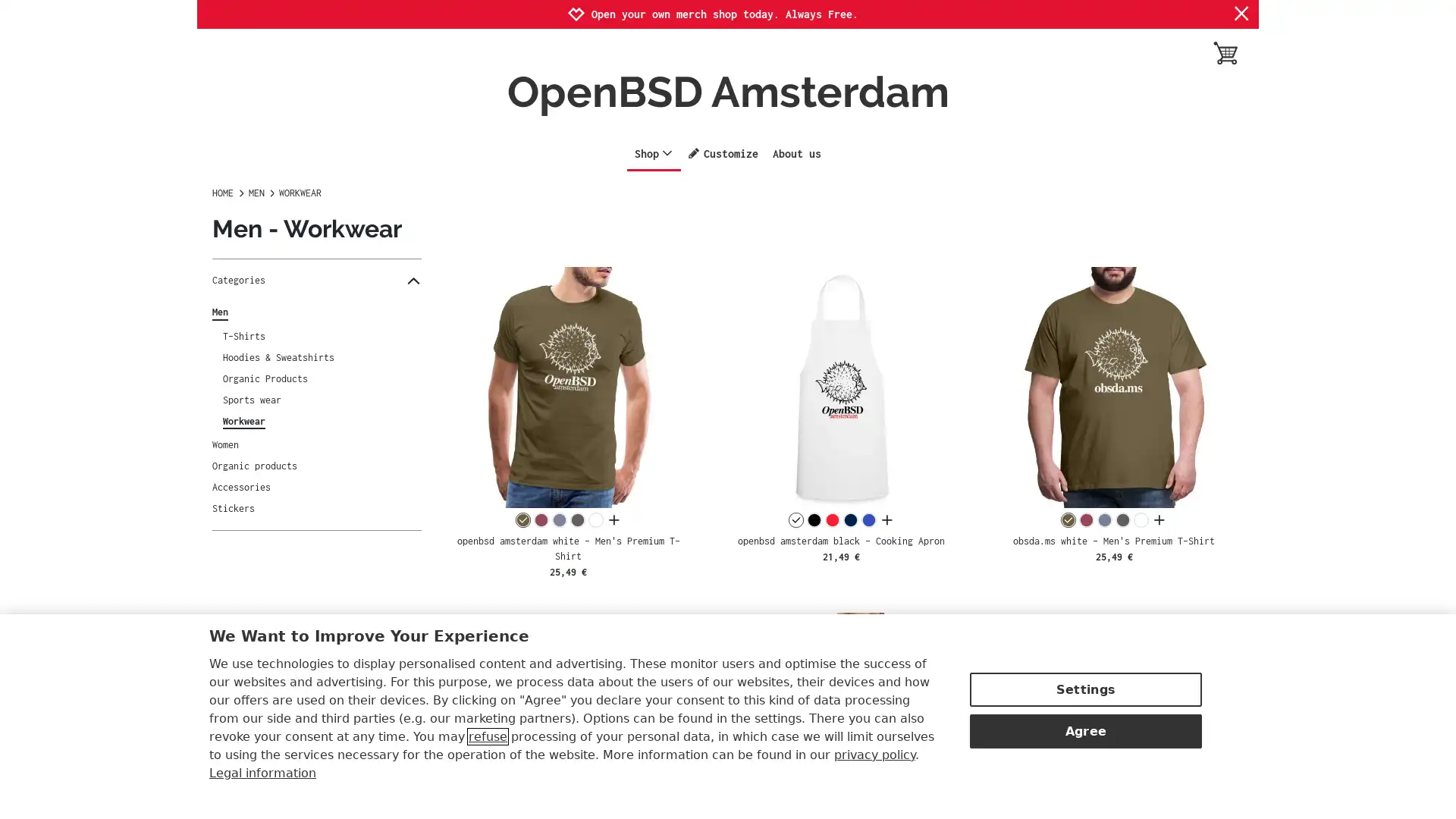 Image resolution: width=1456 pixels, height=819 pixels. Describe the element at coordinates (1141, 519) in the screenshot. I see `white` at that location.